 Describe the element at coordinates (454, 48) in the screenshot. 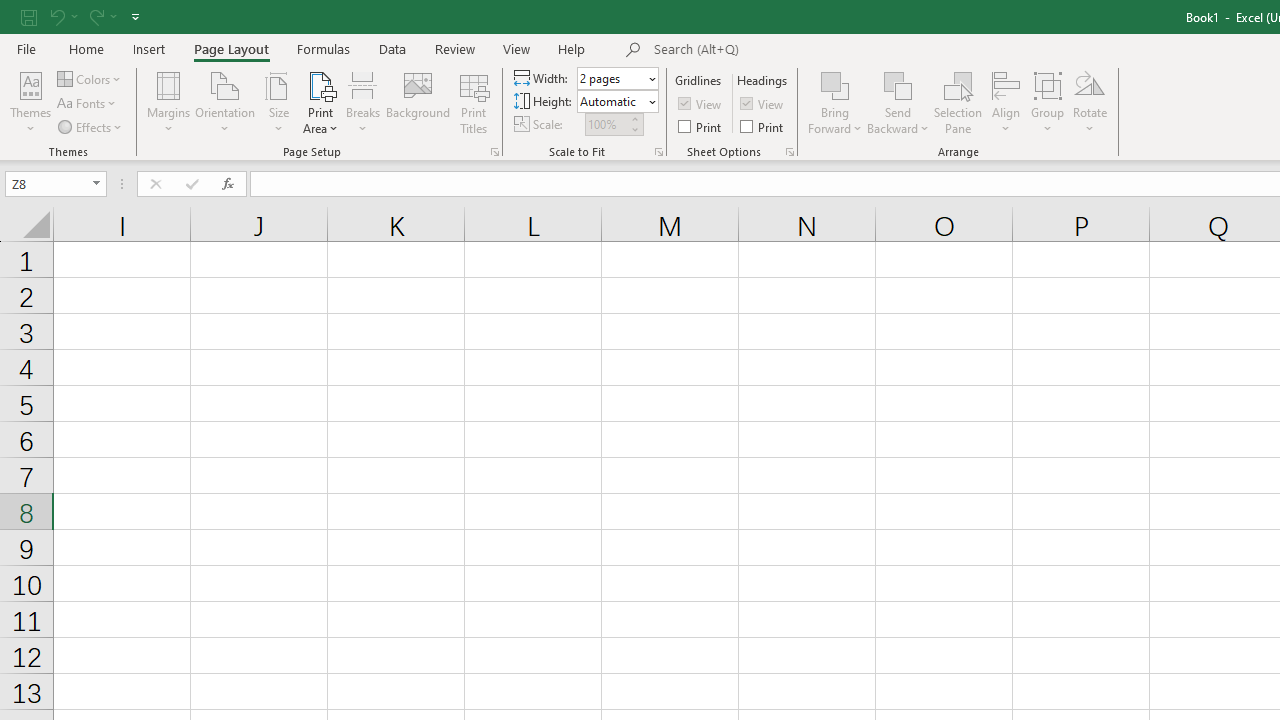

I see `'Review'` at that location.